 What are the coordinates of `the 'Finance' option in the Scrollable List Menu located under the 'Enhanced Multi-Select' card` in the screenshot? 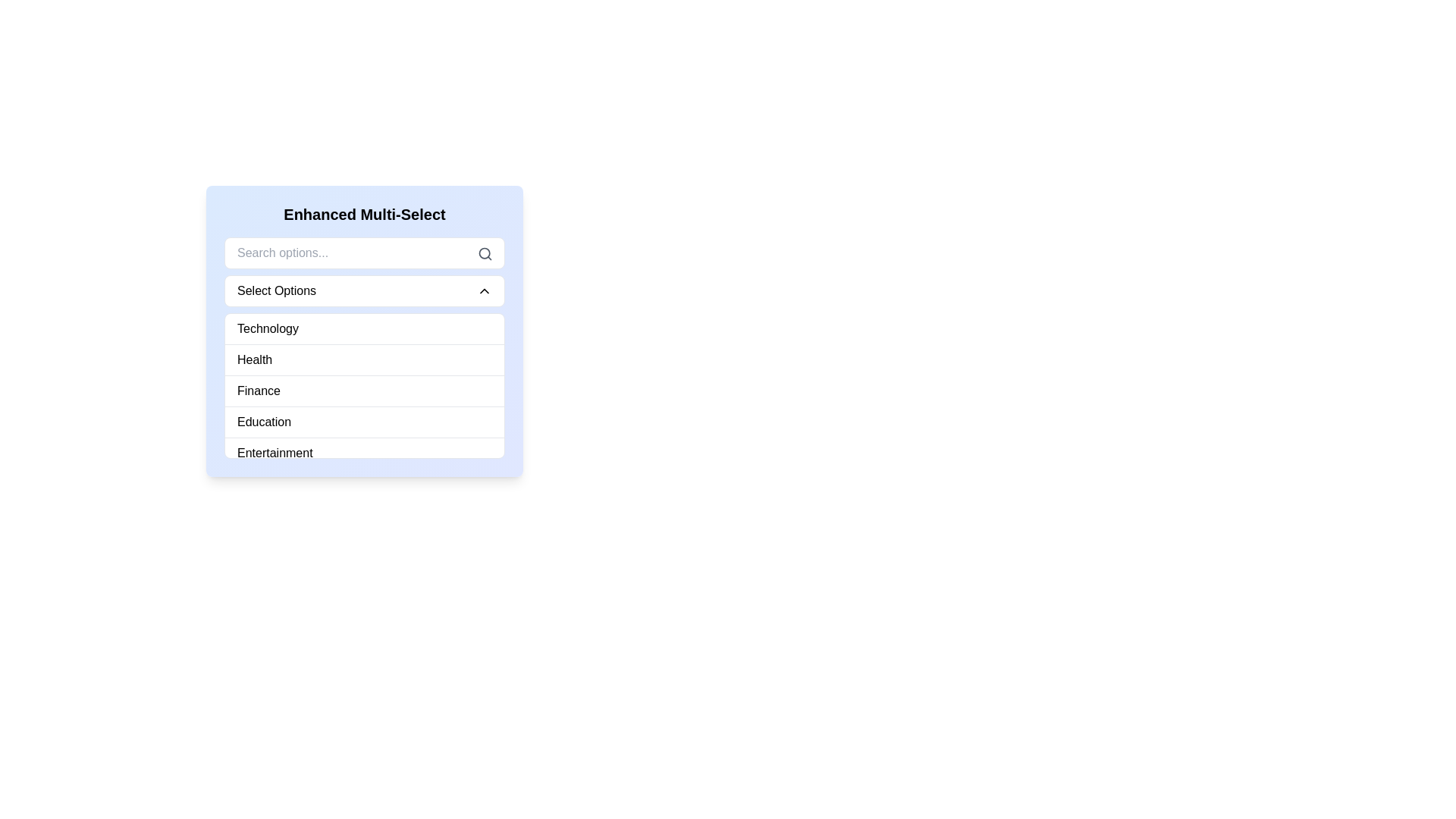 It's located at (364, 385).